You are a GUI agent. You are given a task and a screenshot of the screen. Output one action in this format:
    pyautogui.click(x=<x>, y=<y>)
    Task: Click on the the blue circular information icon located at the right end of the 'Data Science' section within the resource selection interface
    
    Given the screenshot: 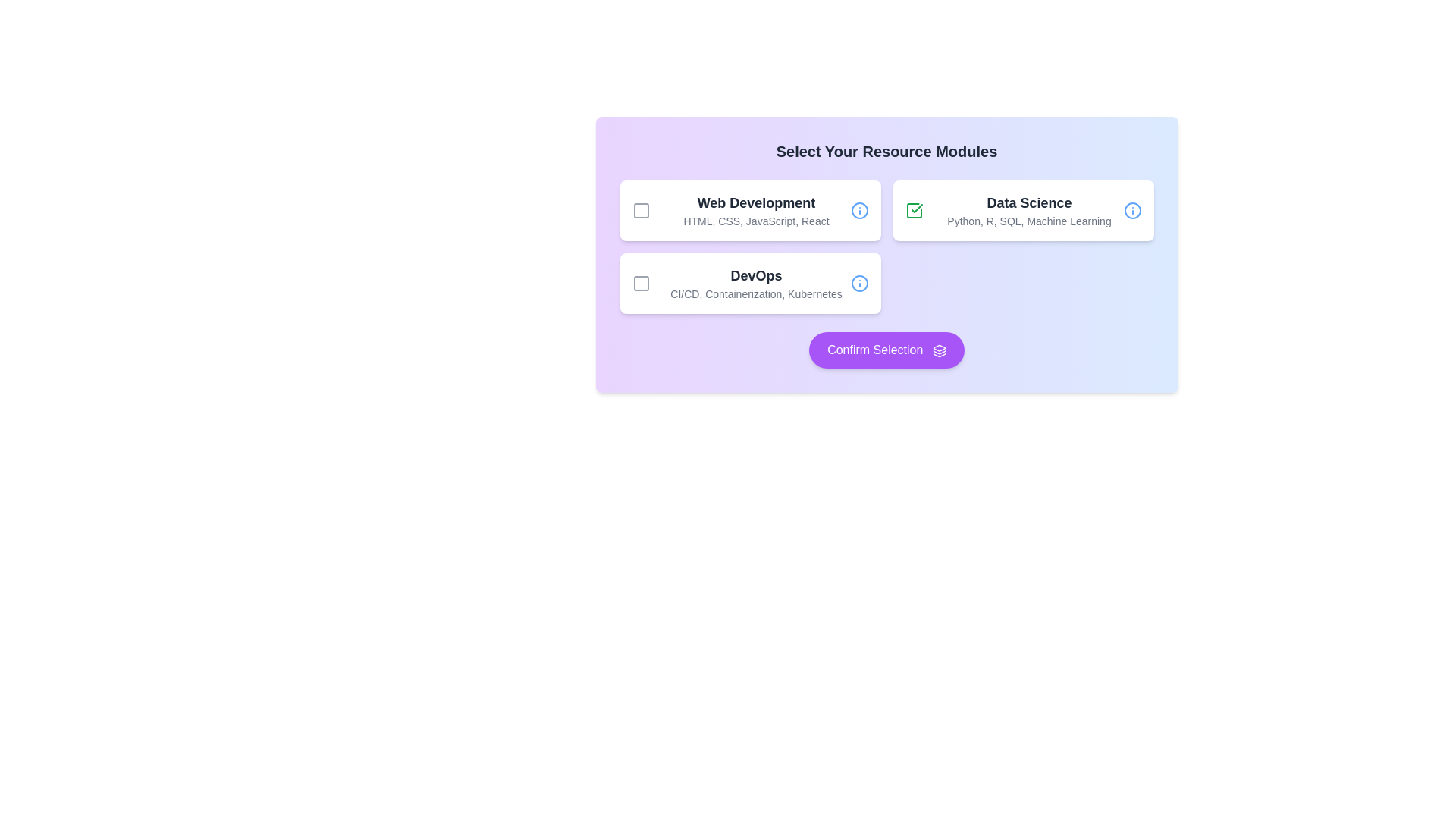 What is the action you would take?
    pyautogui.click(x=1132, y=210)
    